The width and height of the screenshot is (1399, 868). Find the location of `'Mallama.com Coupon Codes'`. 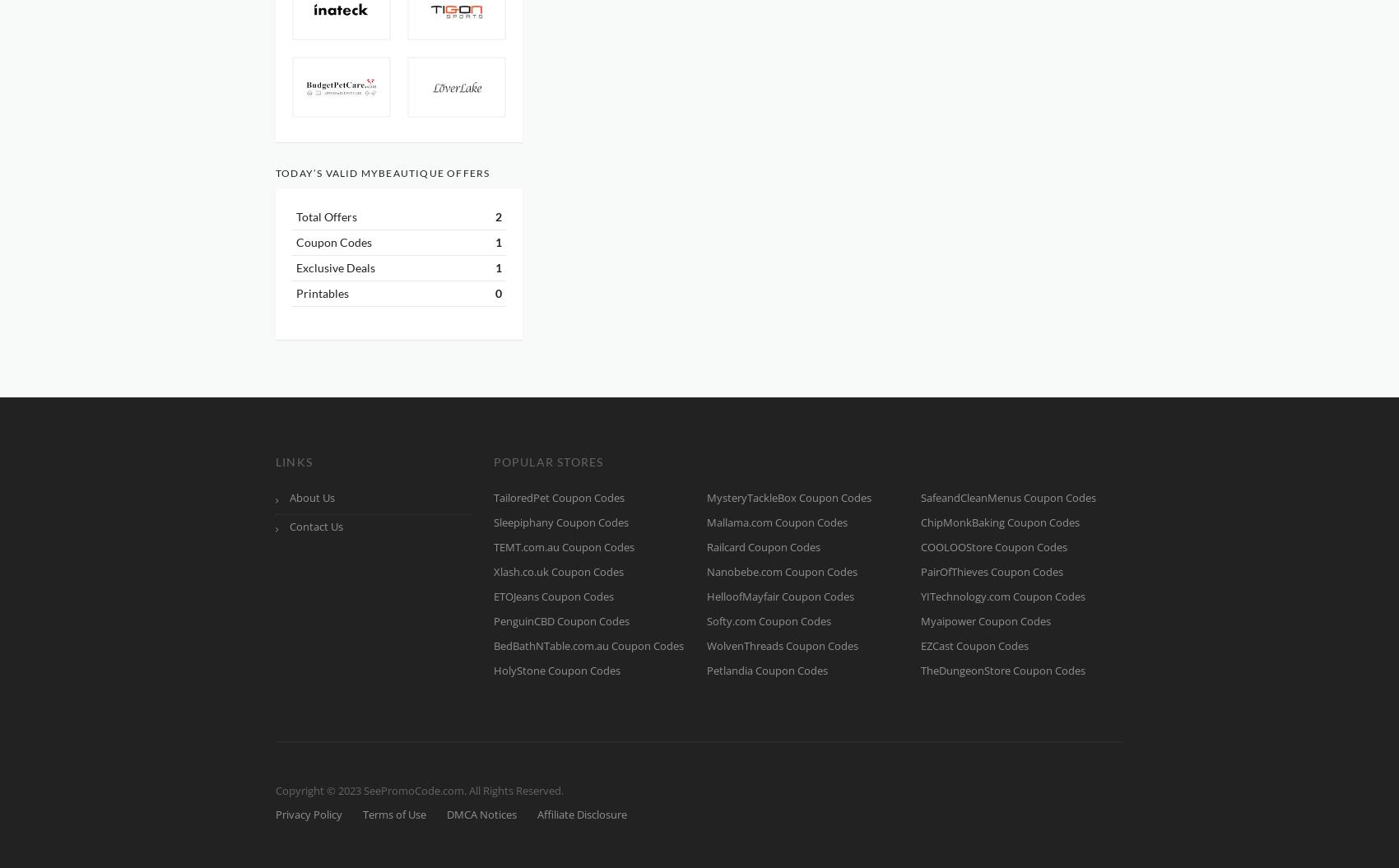

'Mallama.com Coupon Codes' is located at coordinates (777, 522).